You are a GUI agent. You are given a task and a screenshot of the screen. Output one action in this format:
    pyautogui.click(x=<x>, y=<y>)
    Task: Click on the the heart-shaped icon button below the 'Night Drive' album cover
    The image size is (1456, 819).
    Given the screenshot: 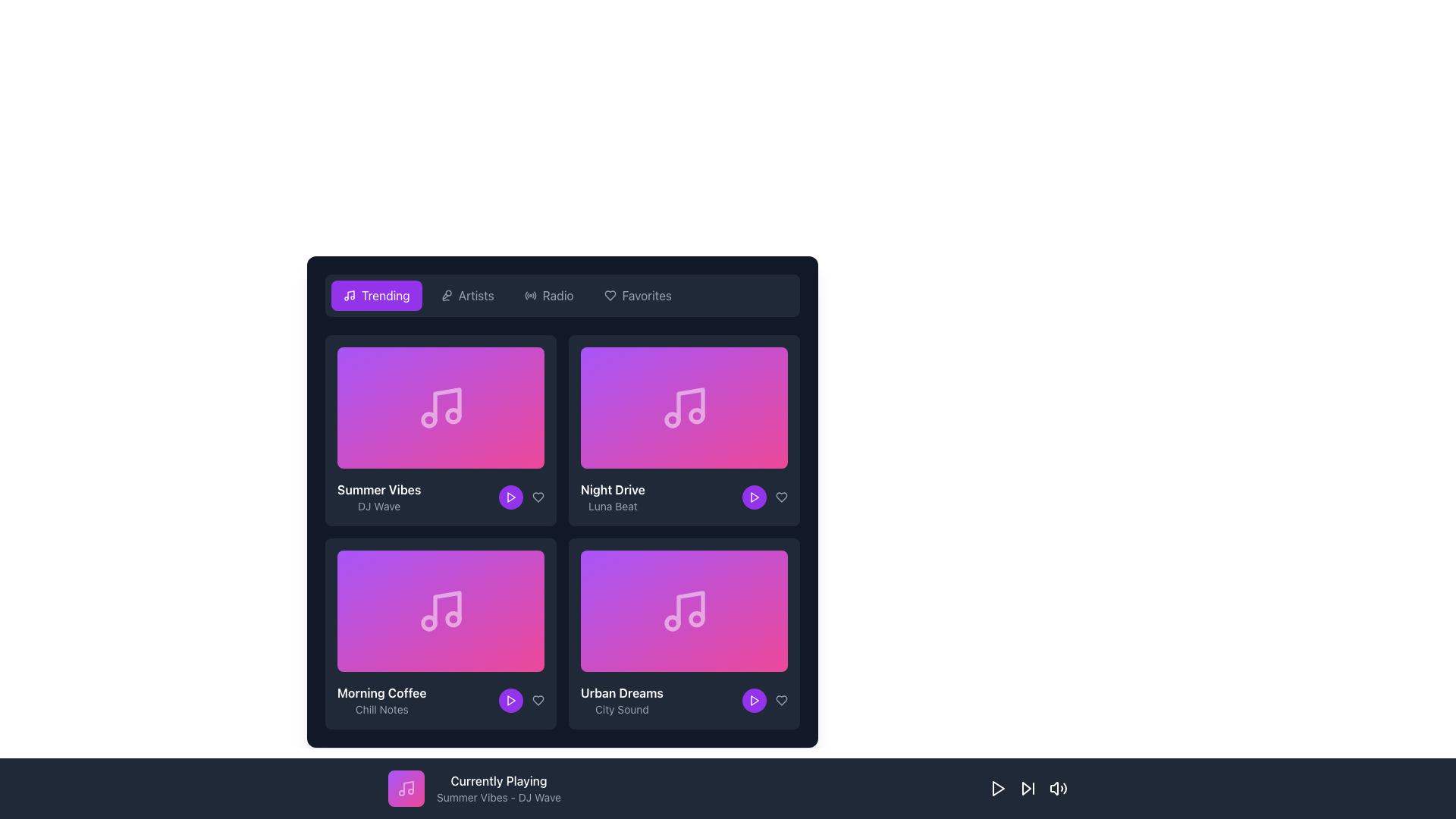 What is the action you would take?
    pyautogui.click(x=538, y=497)
    